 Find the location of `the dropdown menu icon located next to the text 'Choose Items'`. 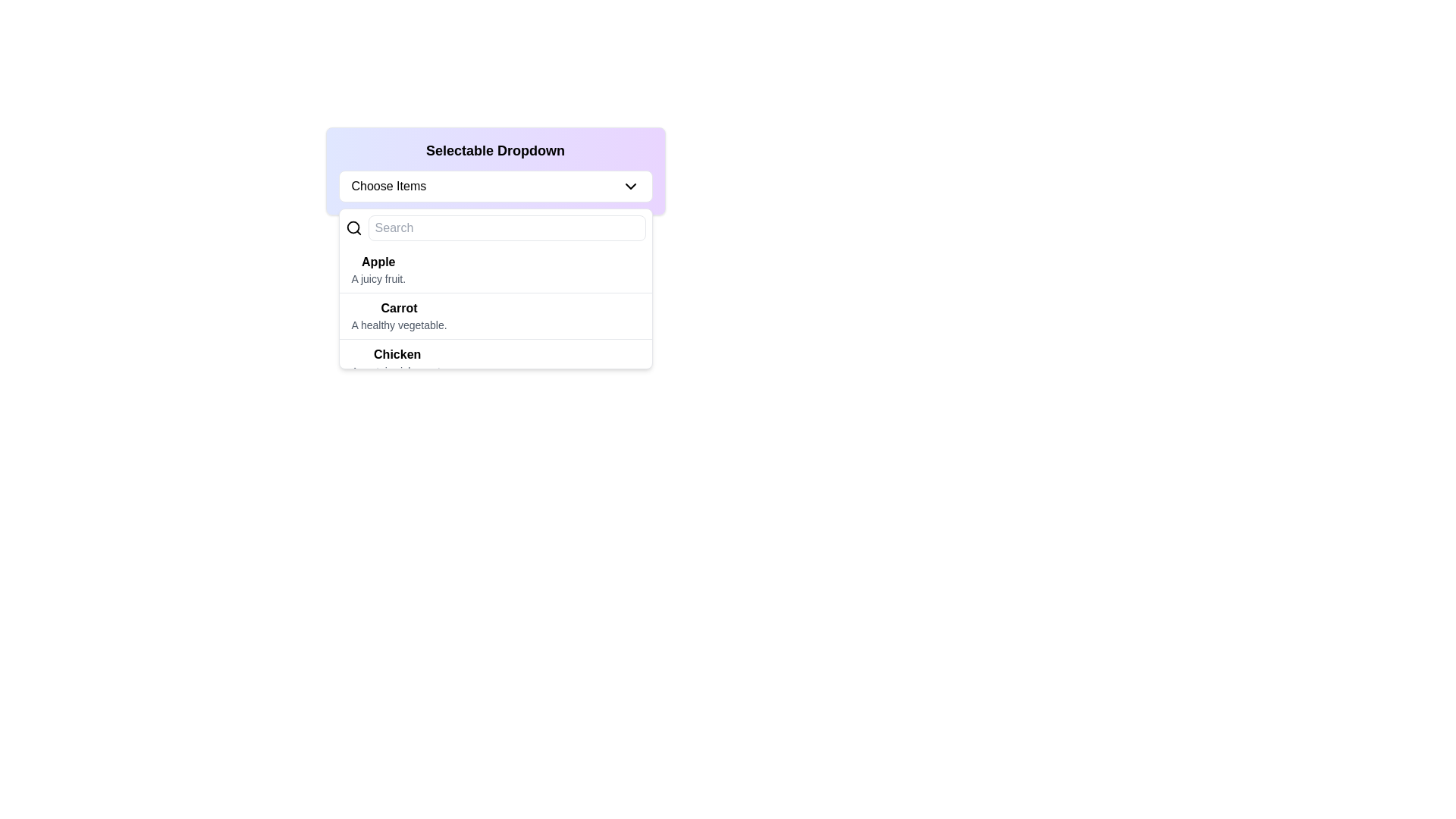

the dropdown menu icon located next to the text 'Choose Items' is located at coordinates (630, 186).